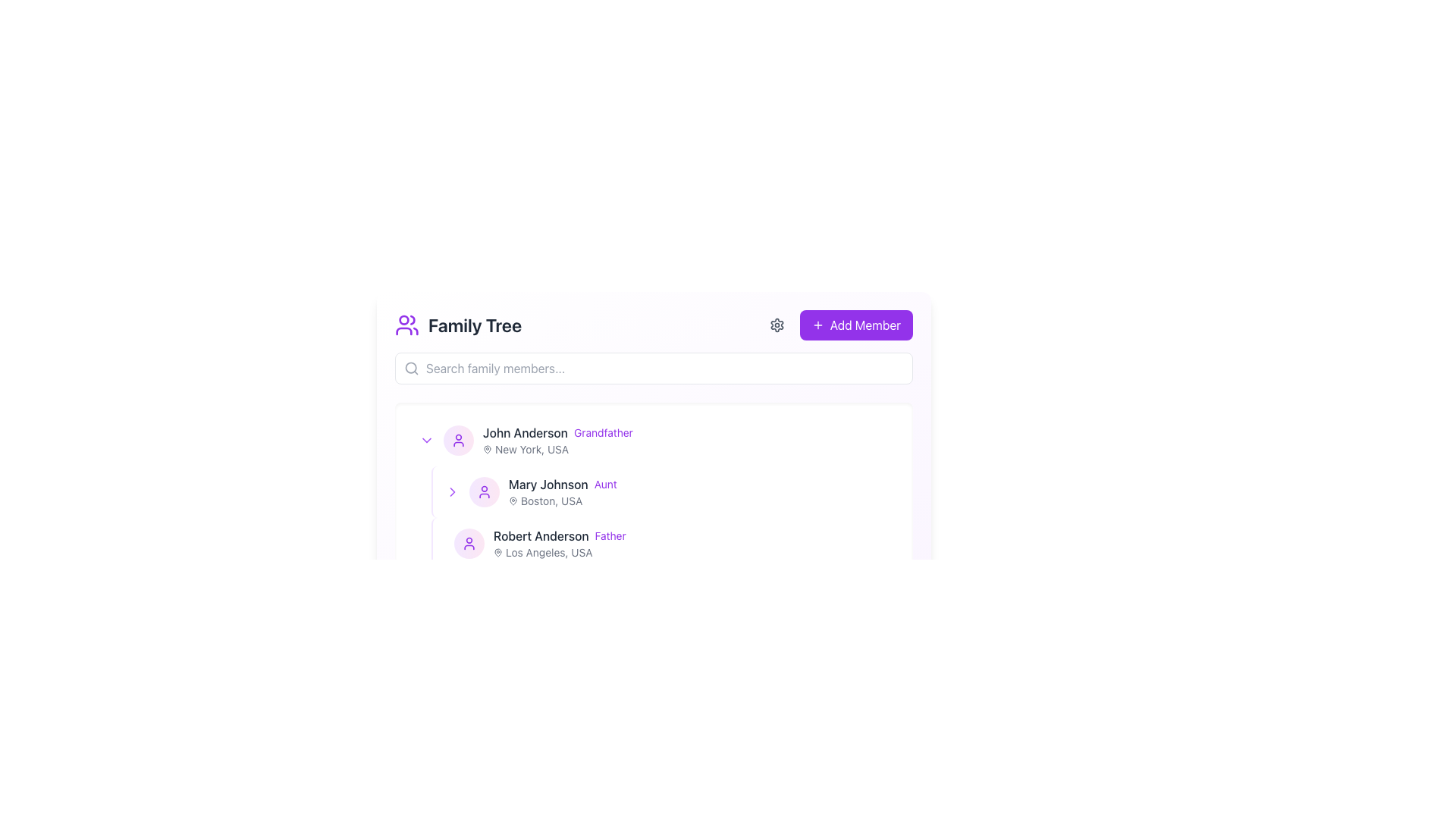  I want to click on the icon on the left-hand side of the entry labeled 'Mary Johnson Aunt', so click(451, 491).